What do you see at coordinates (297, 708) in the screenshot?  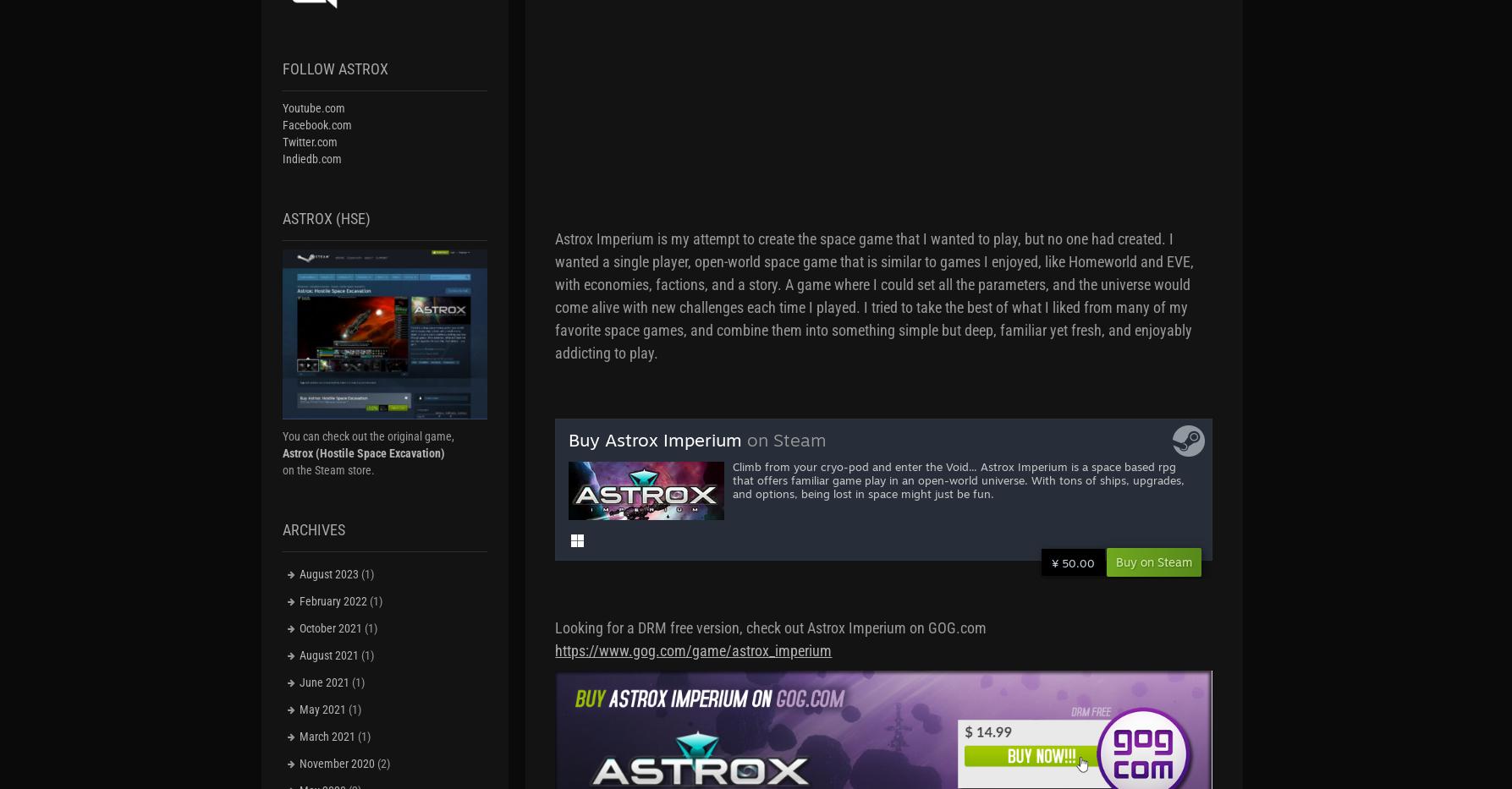 I see `'May 2021'` at bounding box center [297, 708].